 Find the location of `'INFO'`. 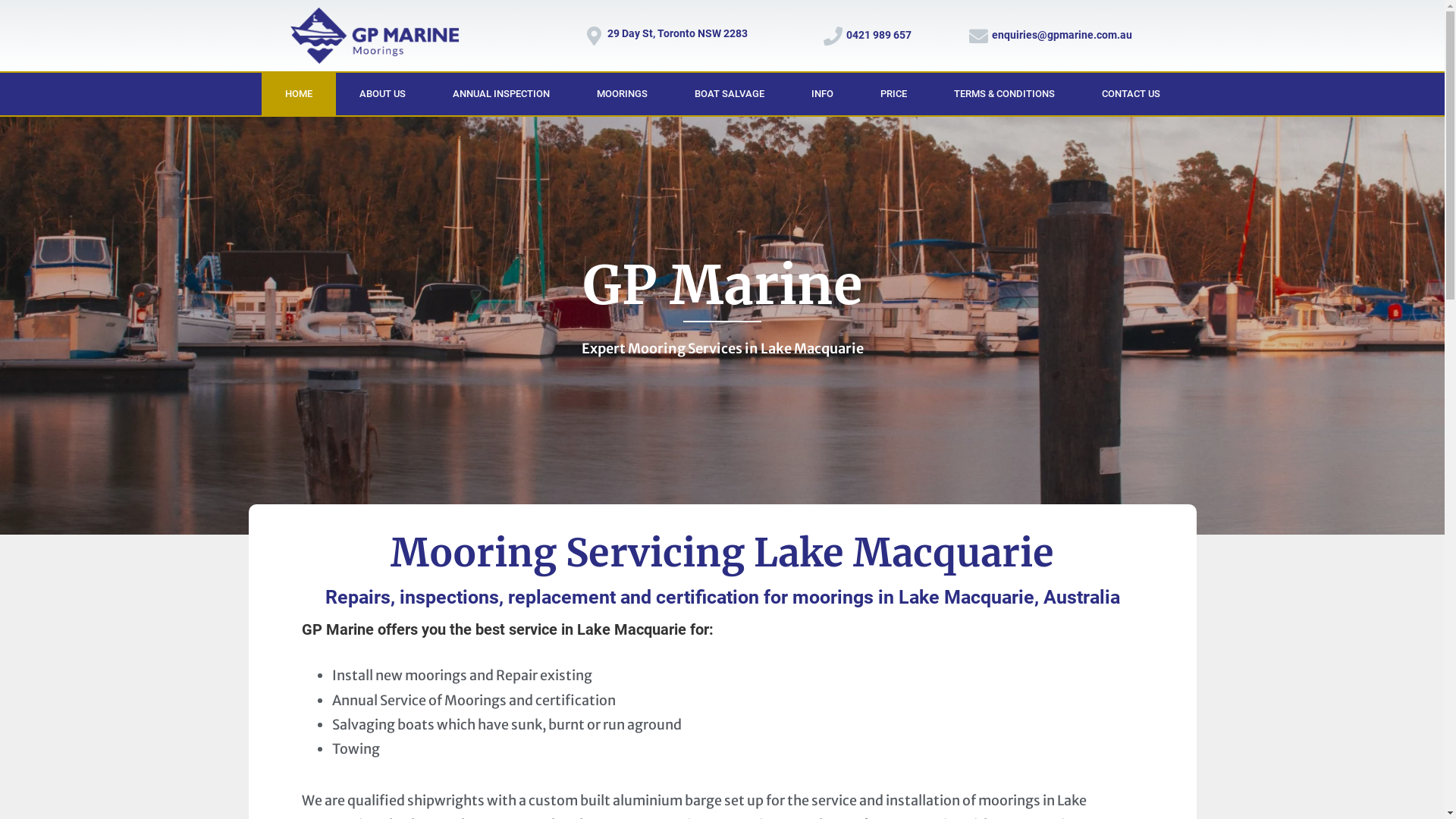

'INFO' is located at coordinates (821, 93).